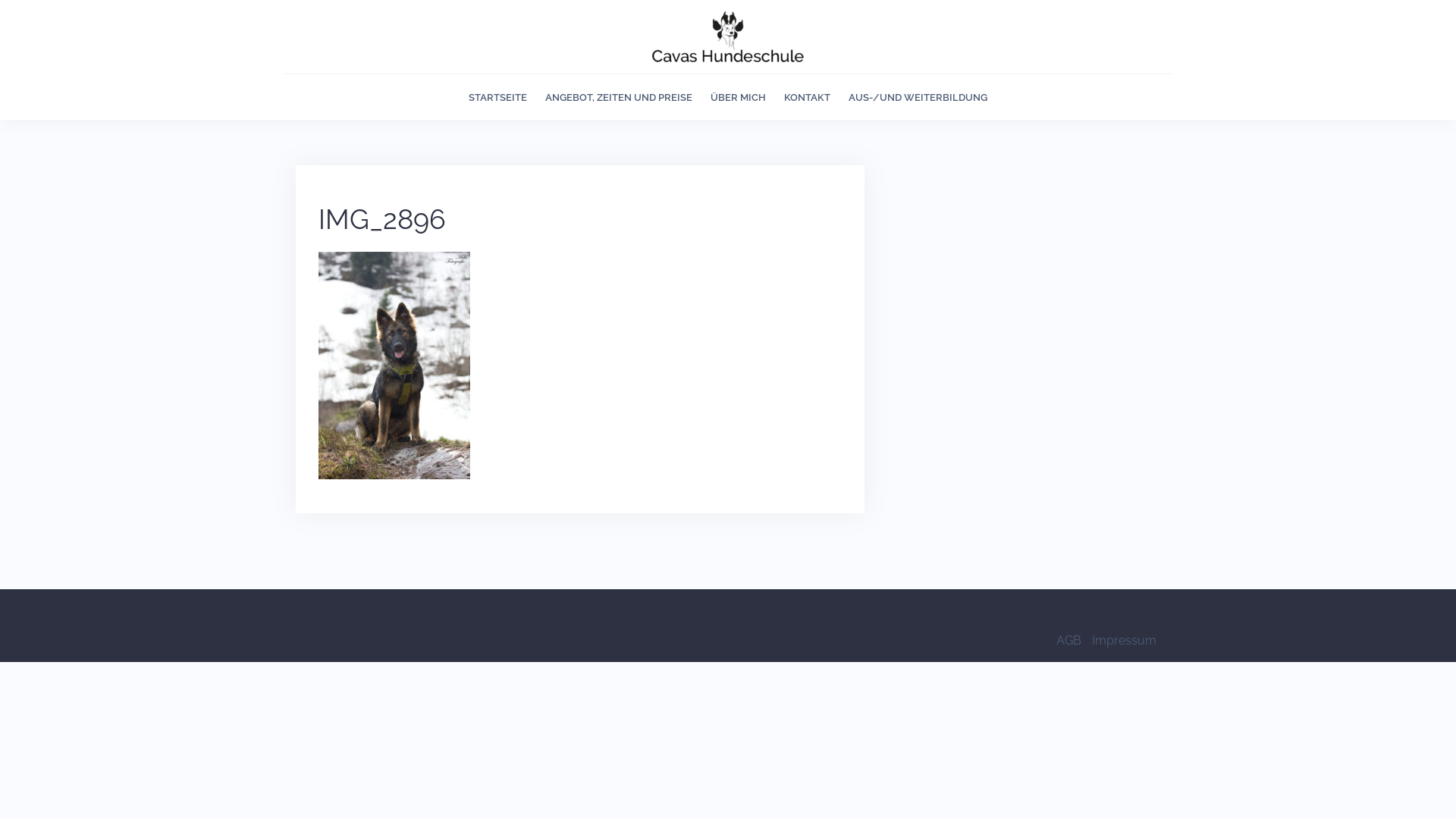 The image size is (1456, 819). I want to click on 'AUS-/UND WEITERBILDUNG', so click(917, 98).